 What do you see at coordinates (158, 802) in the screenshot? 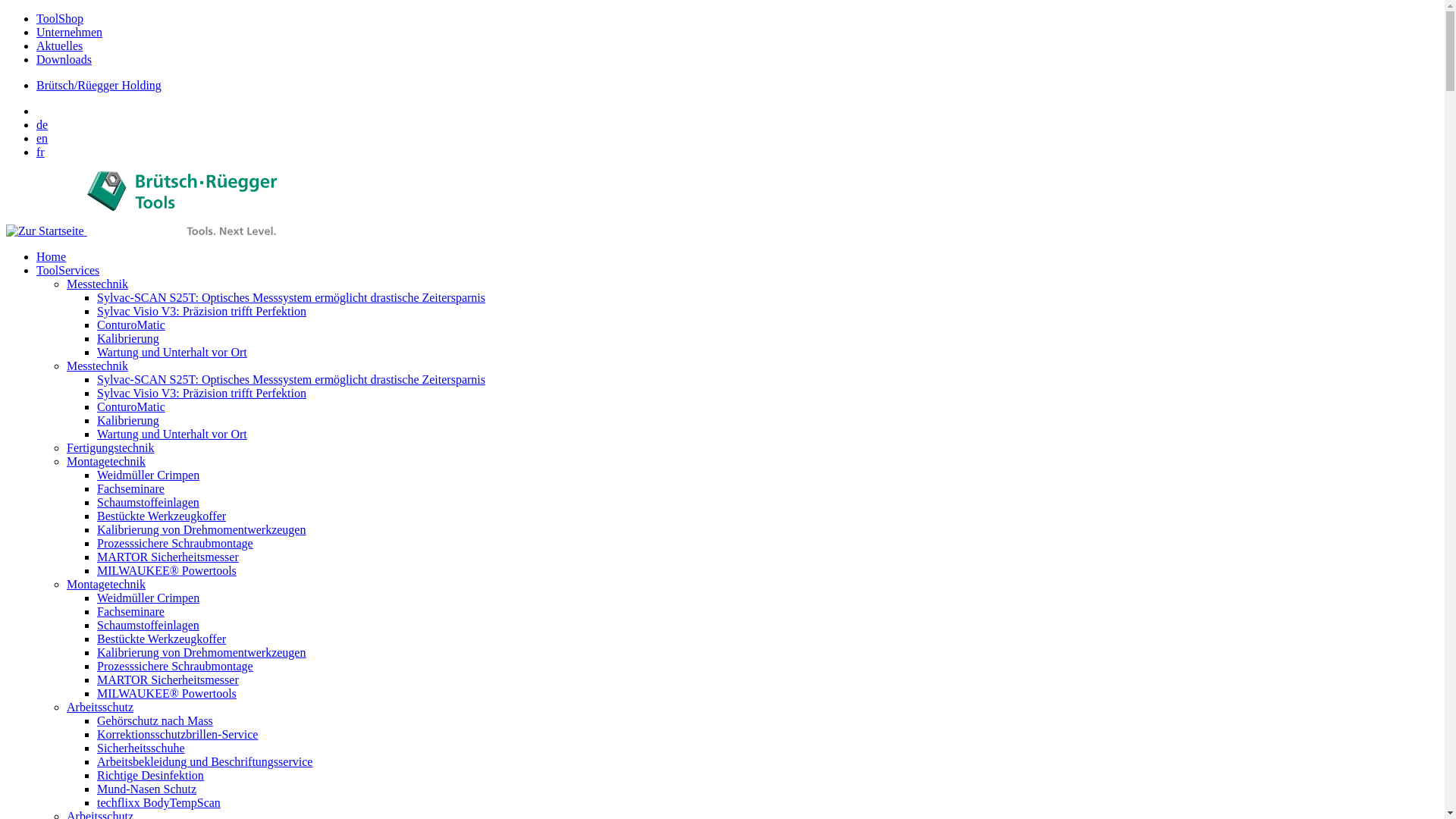
I see `'techflixx BodyTempScan'` at bounding box center [158, 802].